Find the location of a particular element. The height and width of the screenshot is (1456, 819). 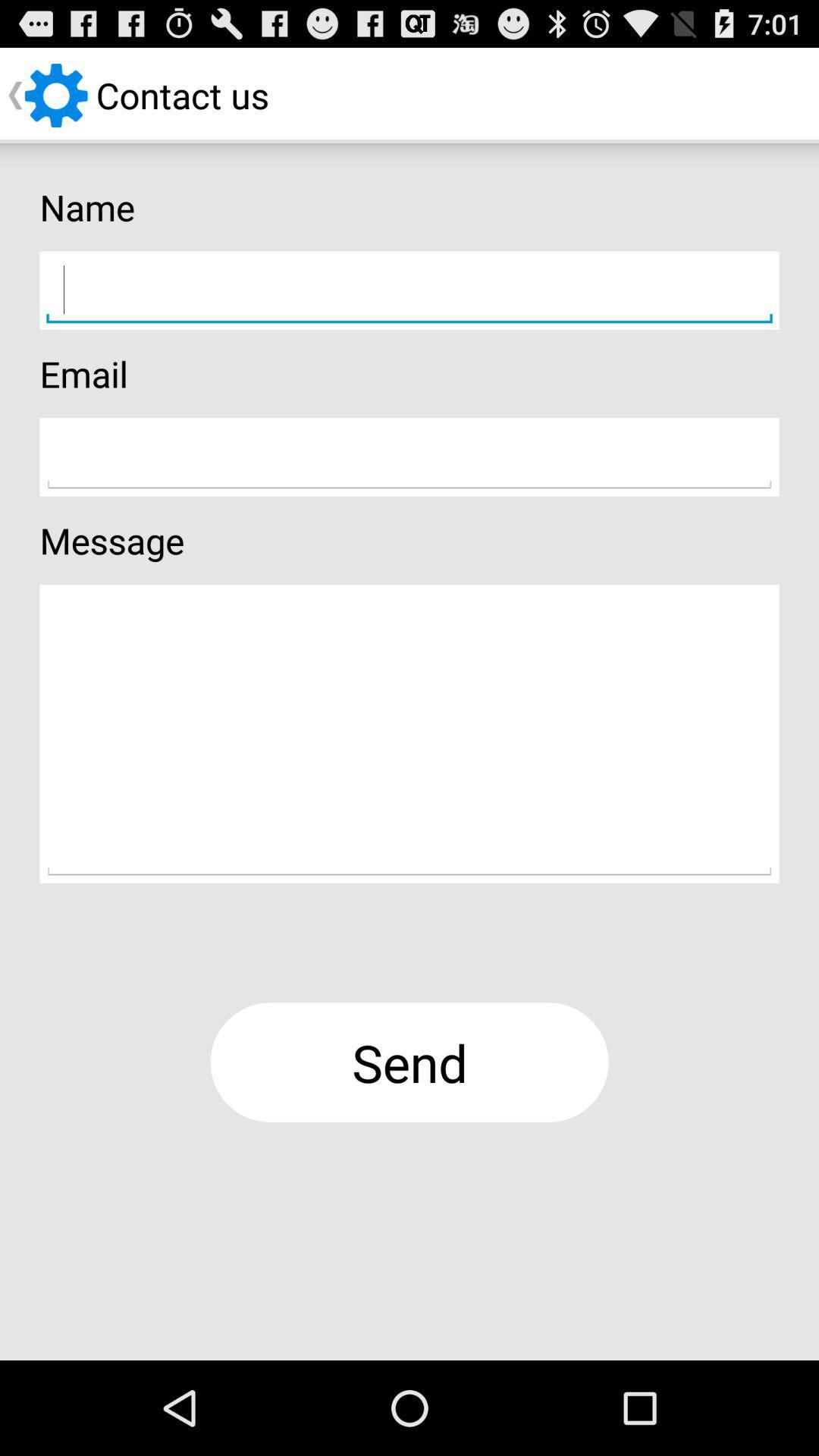

name is located at coordinates (409, 290).